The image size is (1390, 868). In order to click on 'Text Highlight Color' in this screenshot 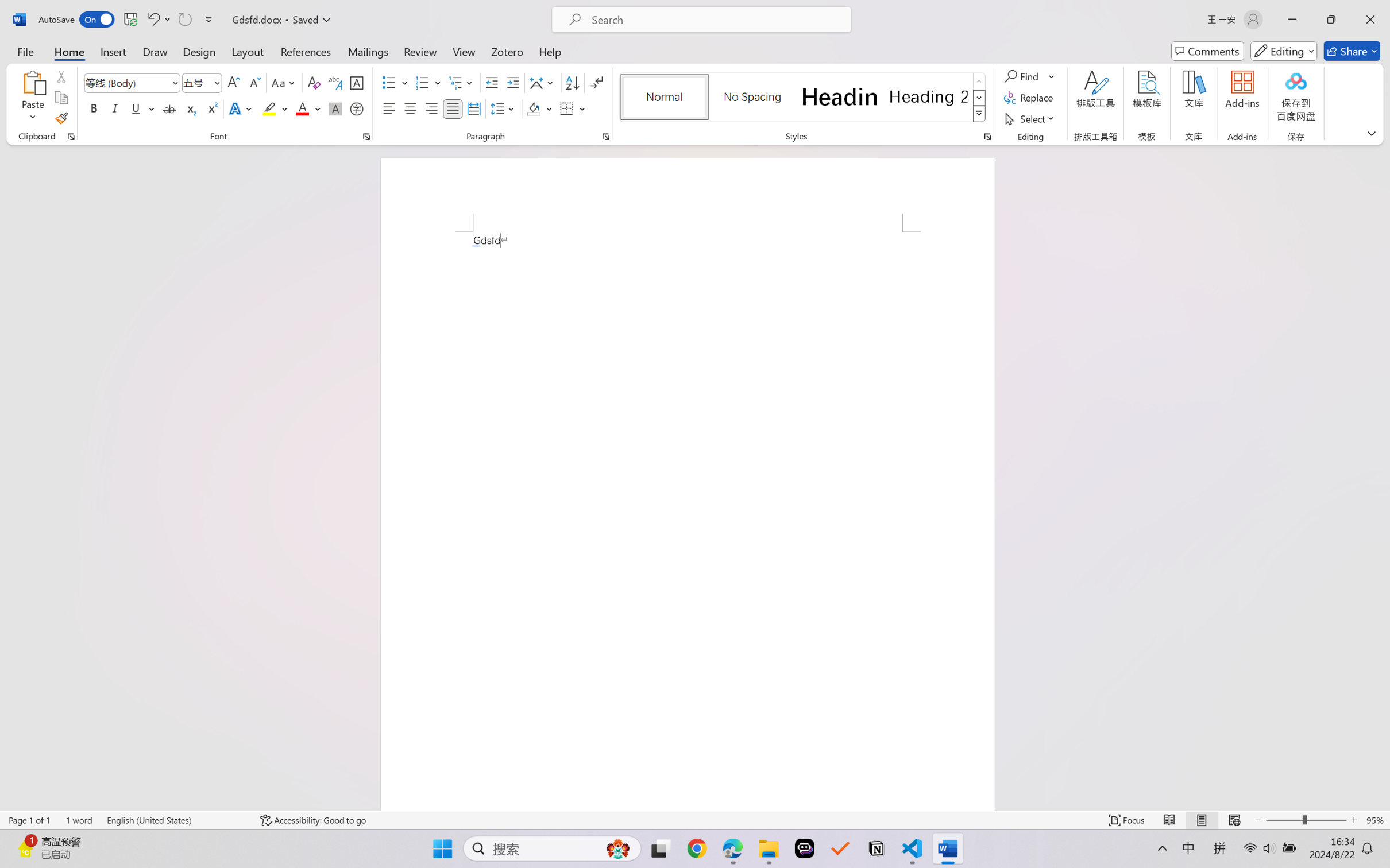, I will do `click(274, 108)`.